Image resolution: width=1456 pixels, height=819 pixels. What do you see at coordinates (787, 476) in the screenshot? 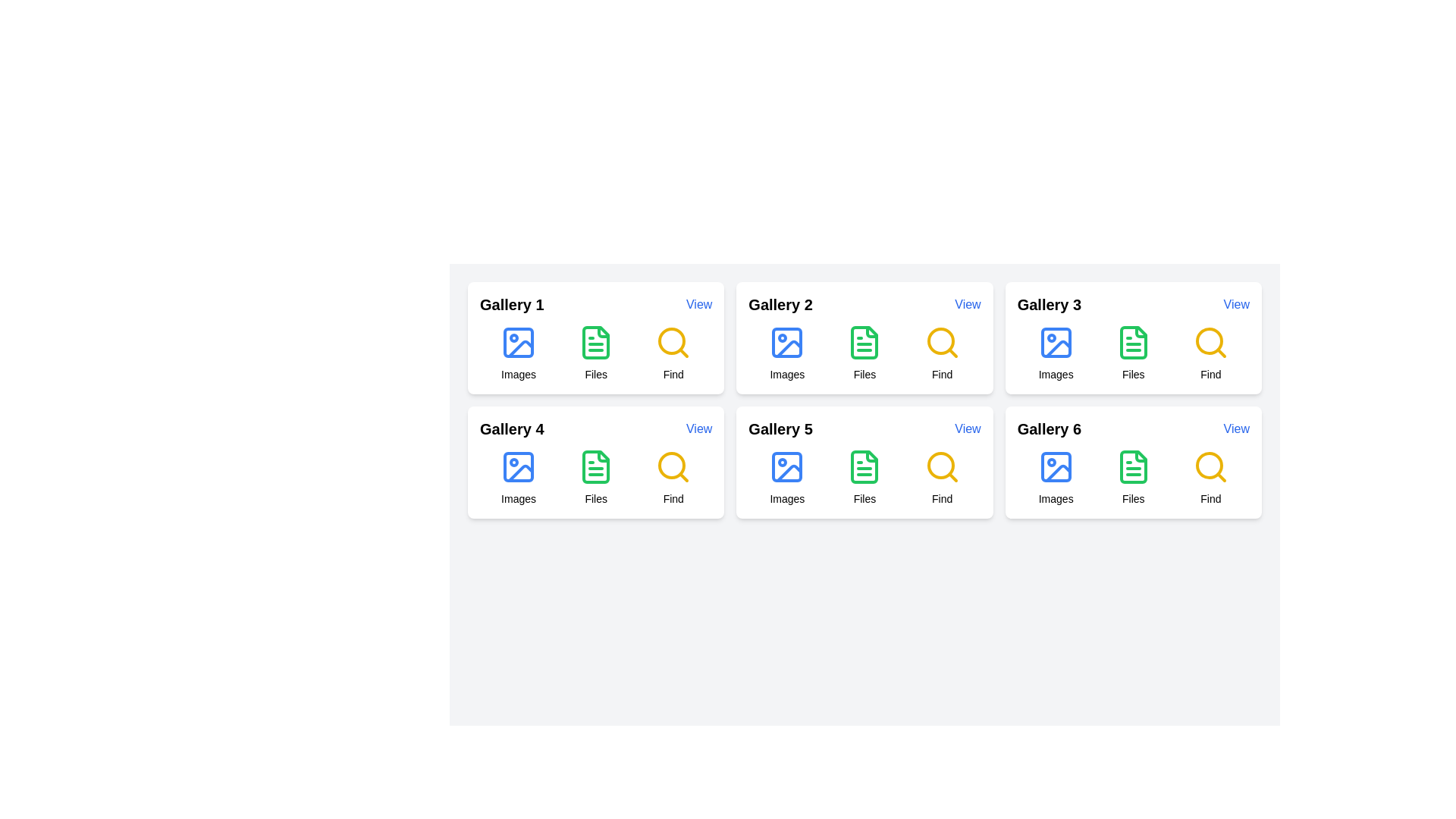
I see `the 'Images' icon located in the bottom-right quadrant of the grid layout` at bounding box center [787, 476].